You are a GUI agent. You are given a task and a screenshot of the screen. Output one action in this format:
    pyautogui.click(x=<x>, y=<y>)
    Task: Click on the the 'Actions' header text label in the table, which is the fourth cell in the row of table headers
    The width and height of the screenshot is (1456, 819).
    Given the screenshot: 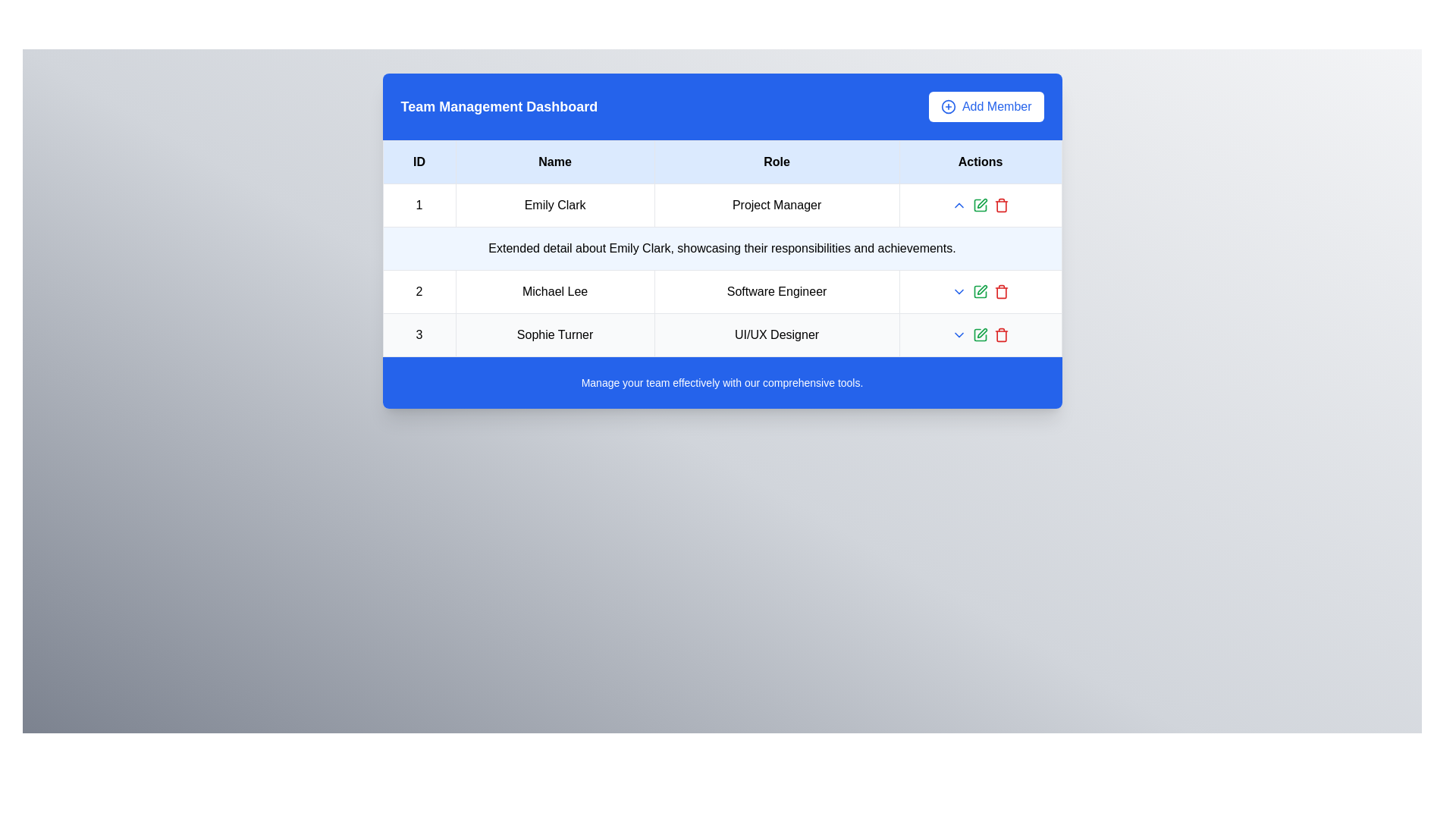 What is the action you would take?
    pyautogui.click(x=981, y=162)
    